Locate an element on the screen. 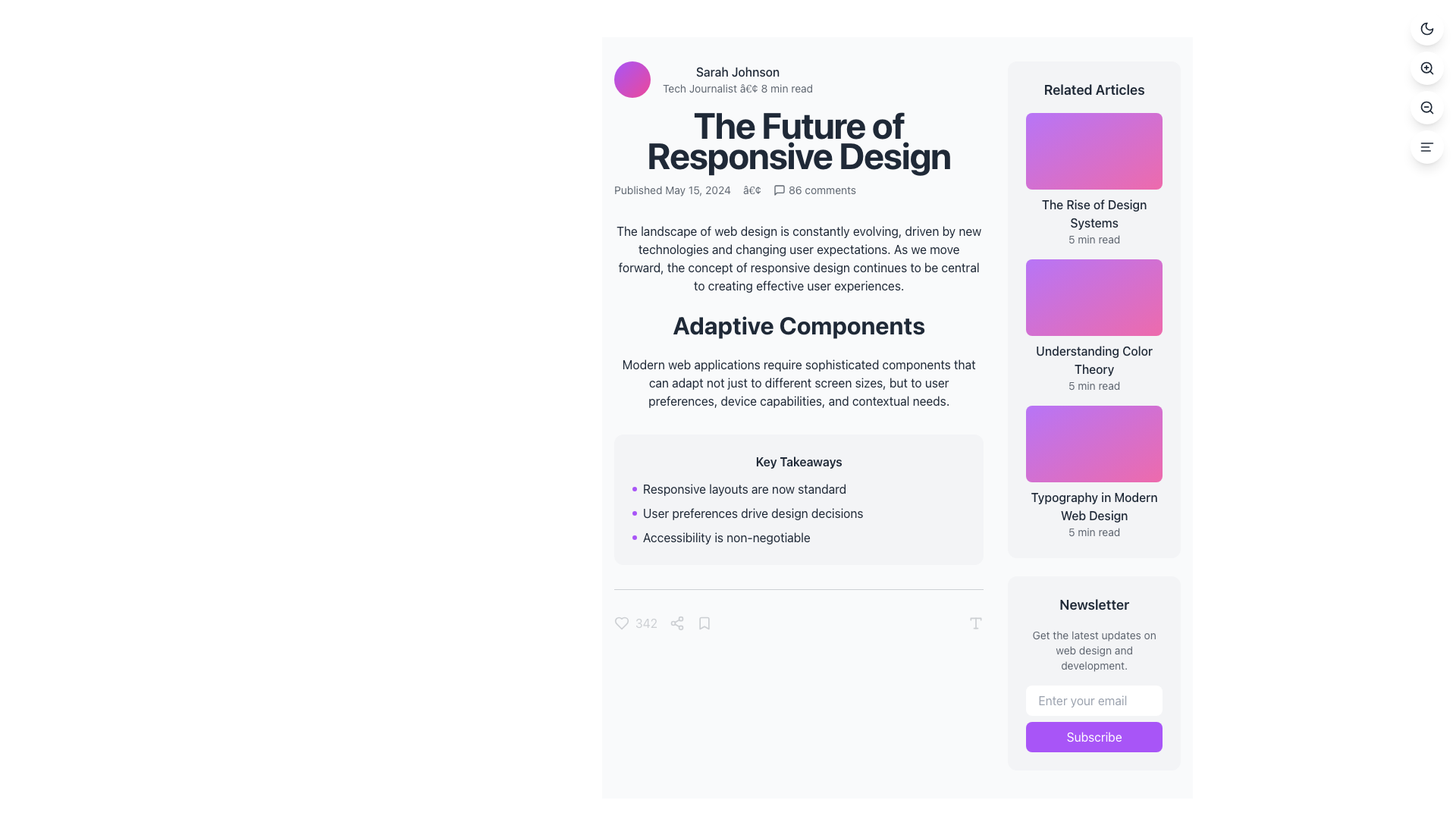 The width and height of the screenshot is (1456, 819). the comments count in the Metadata display row under the article title 'The Future of Responsive Design' is located at coordinates (798, 189).